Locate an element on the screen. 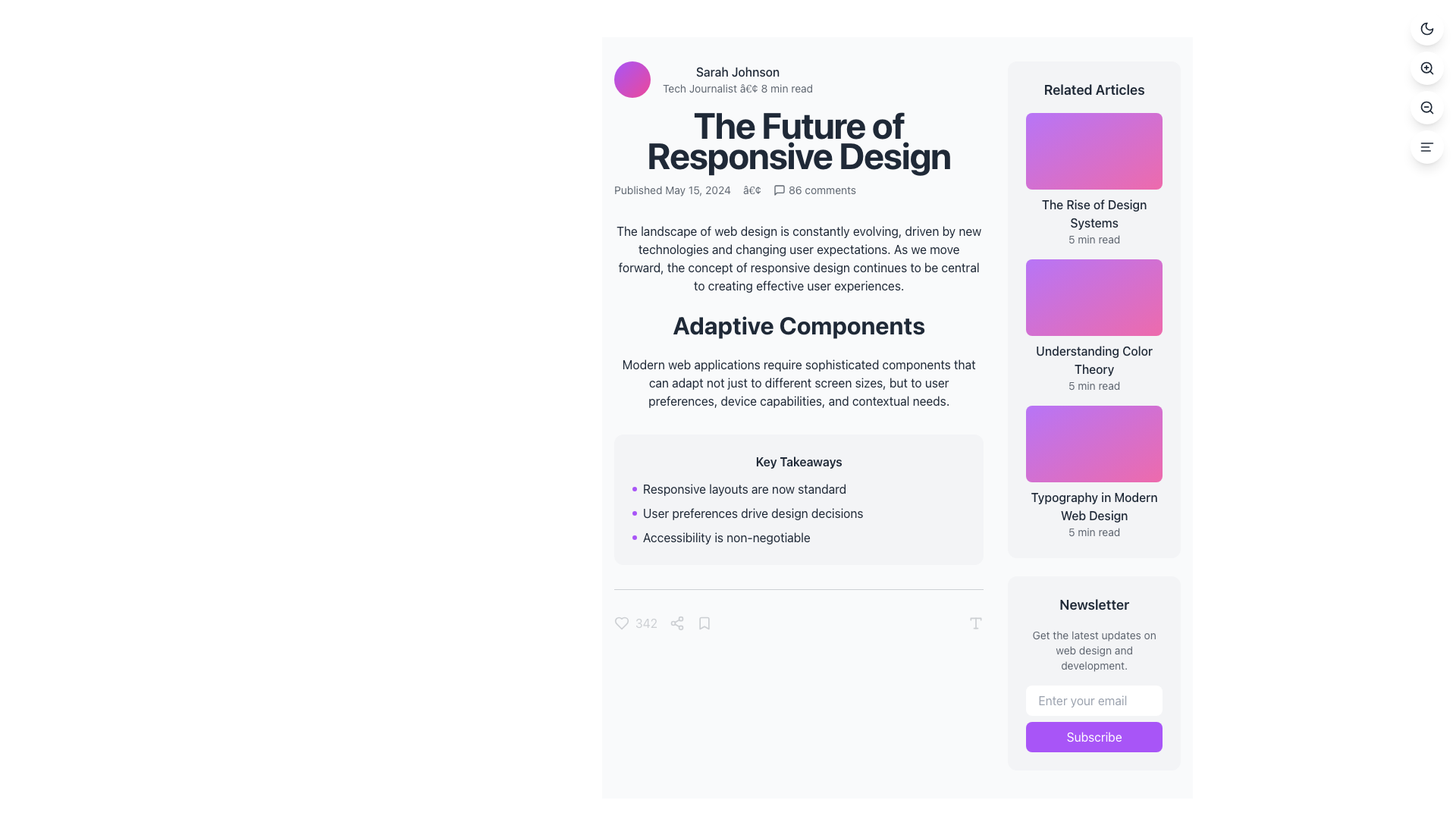 The width and height of the screenshot is (1456, 819). the comments count in the Metadata display row under the article title 'The Future of Responsive Design' is located at coordinates (798, 189).